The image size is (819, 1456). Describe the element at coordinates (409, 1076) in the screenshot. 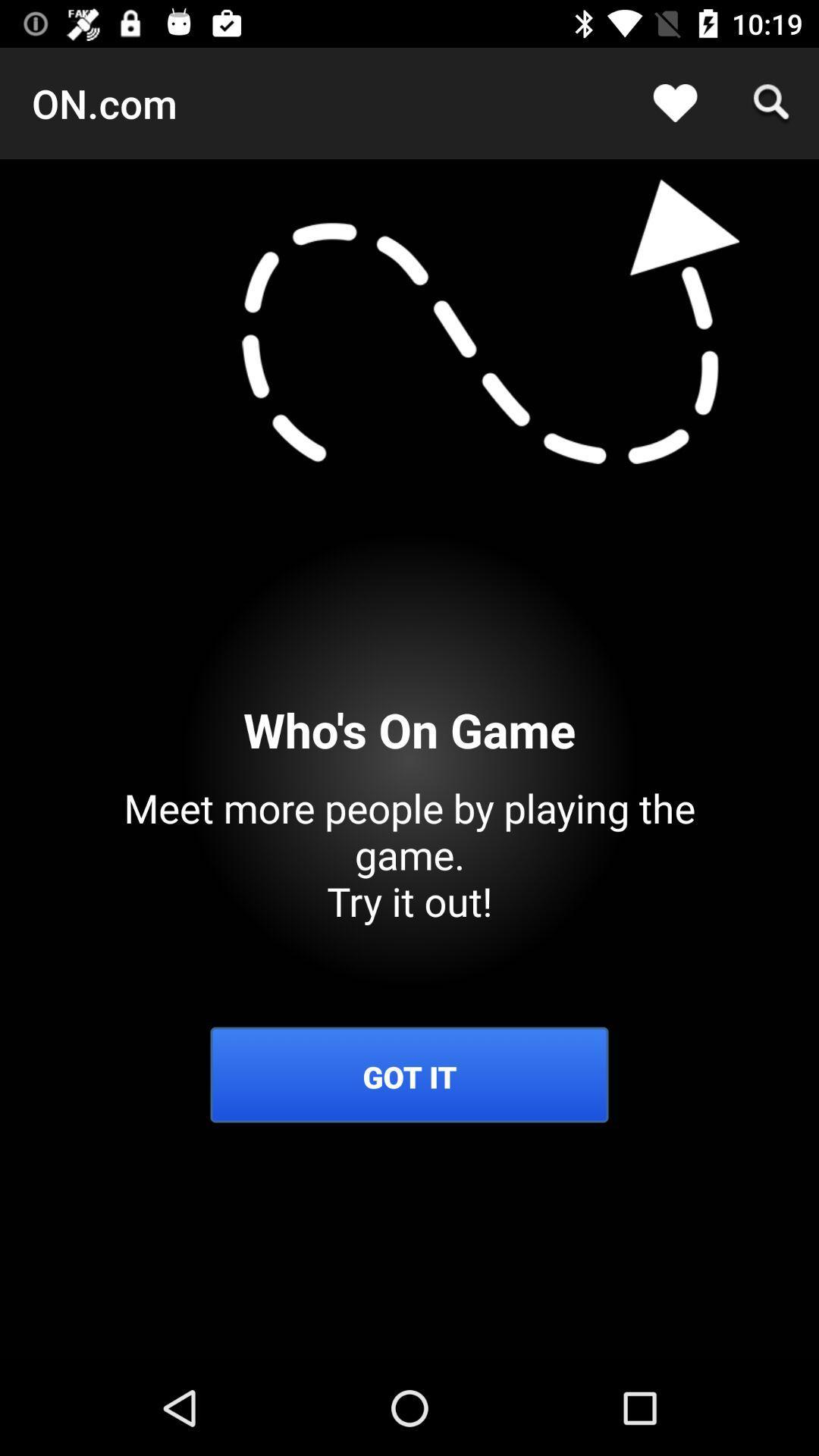

I see `item below meet more people item` at that location.